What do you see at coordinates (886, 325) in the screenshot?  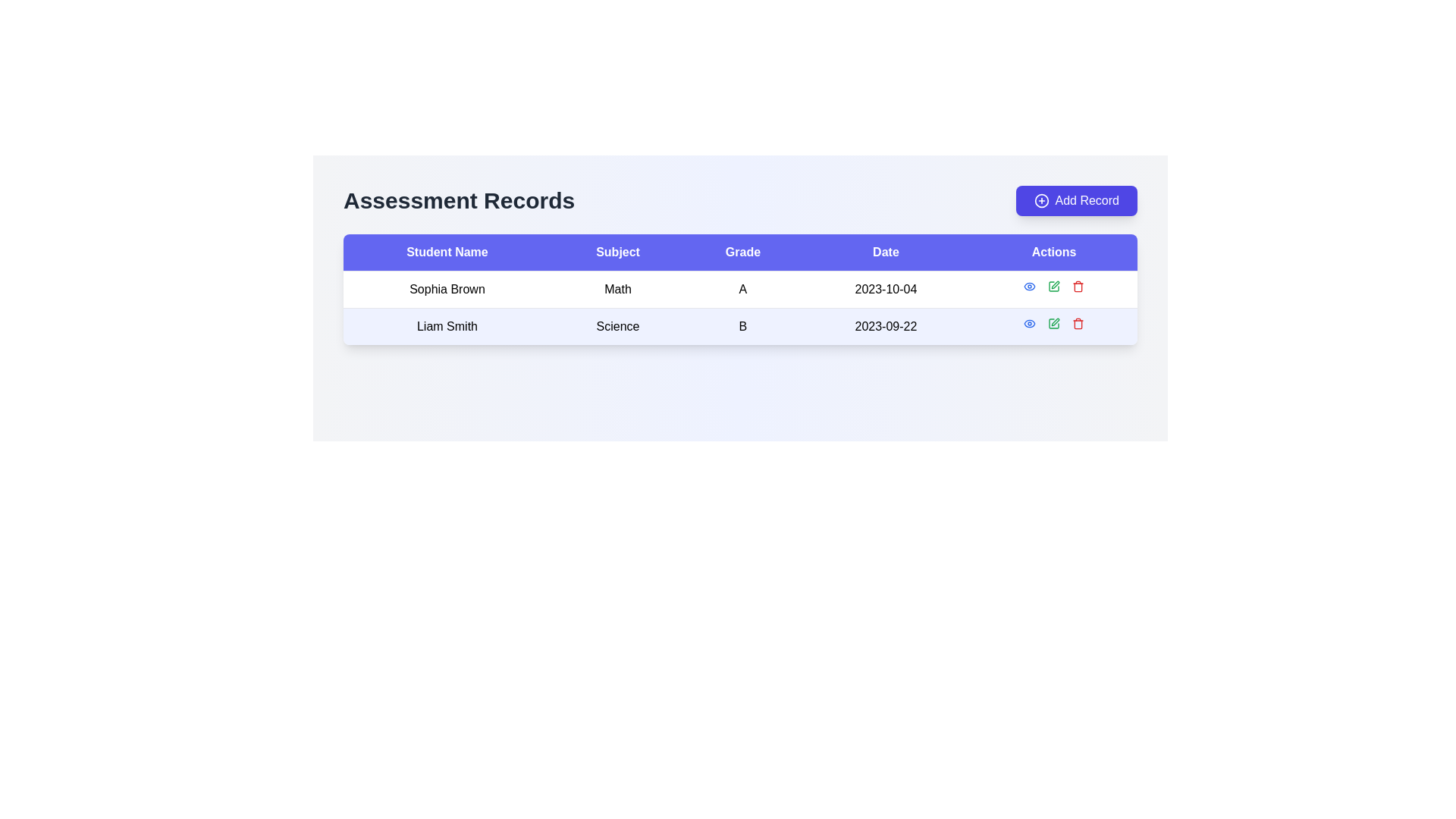 I see `the date displayed` at bounding box center [886, 325].